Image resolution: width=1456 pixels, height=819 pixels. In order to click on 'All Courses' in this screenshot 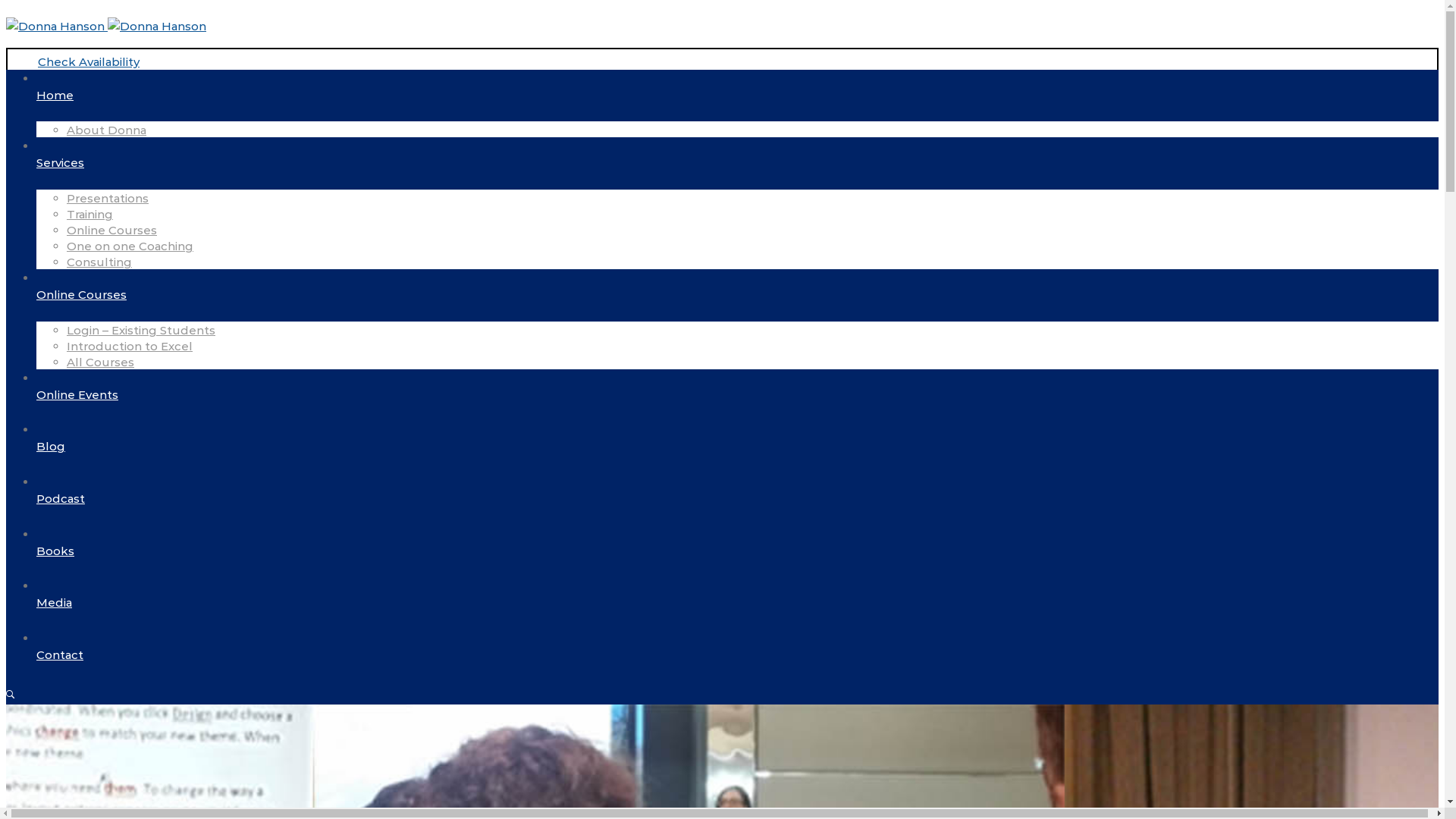, I will do `click(65, 362)`.